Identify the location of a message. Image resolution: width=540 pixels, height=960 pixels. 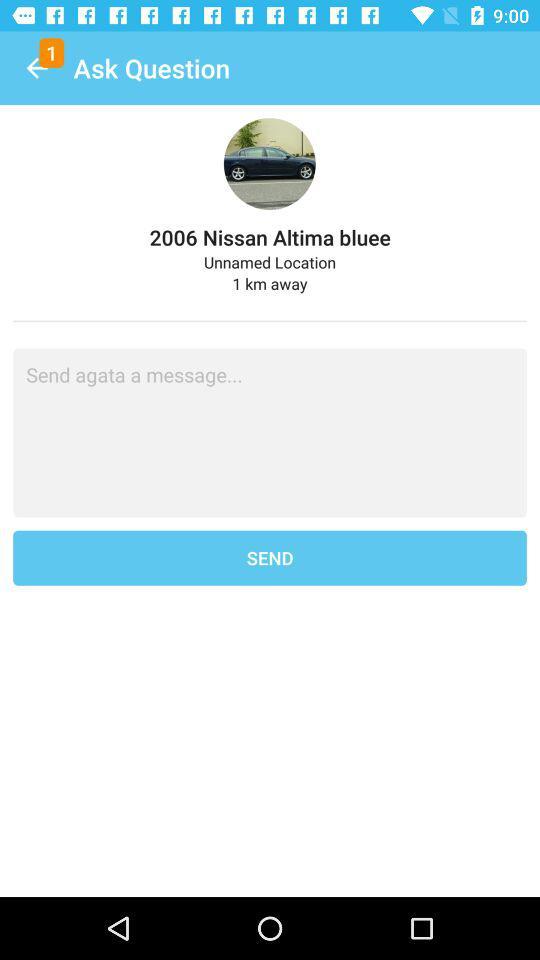
(270, 432).